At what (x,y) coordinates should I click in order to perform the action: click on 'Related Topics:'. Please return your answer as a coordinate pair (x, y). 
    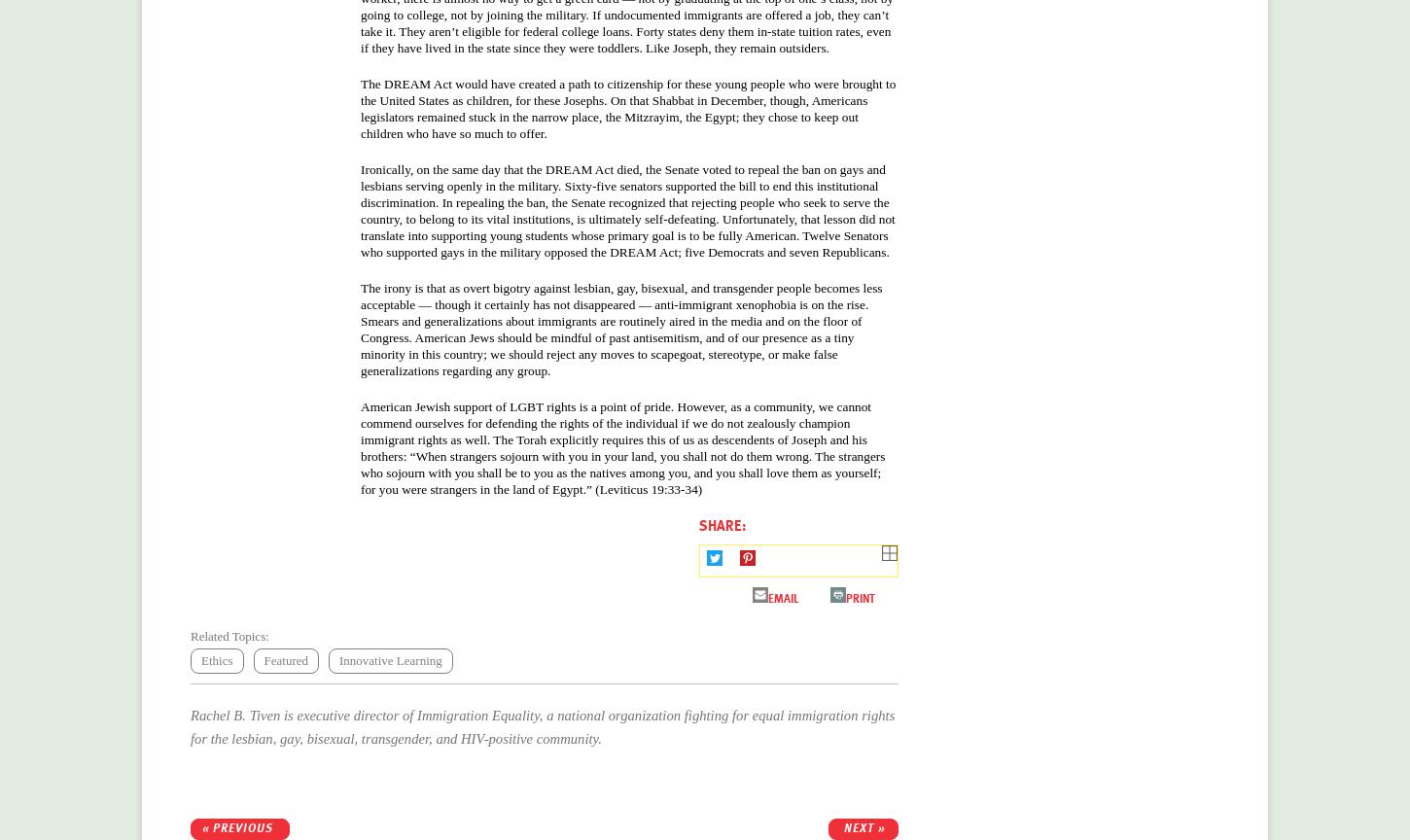
    Looking at the image, I should click on (229, 635).